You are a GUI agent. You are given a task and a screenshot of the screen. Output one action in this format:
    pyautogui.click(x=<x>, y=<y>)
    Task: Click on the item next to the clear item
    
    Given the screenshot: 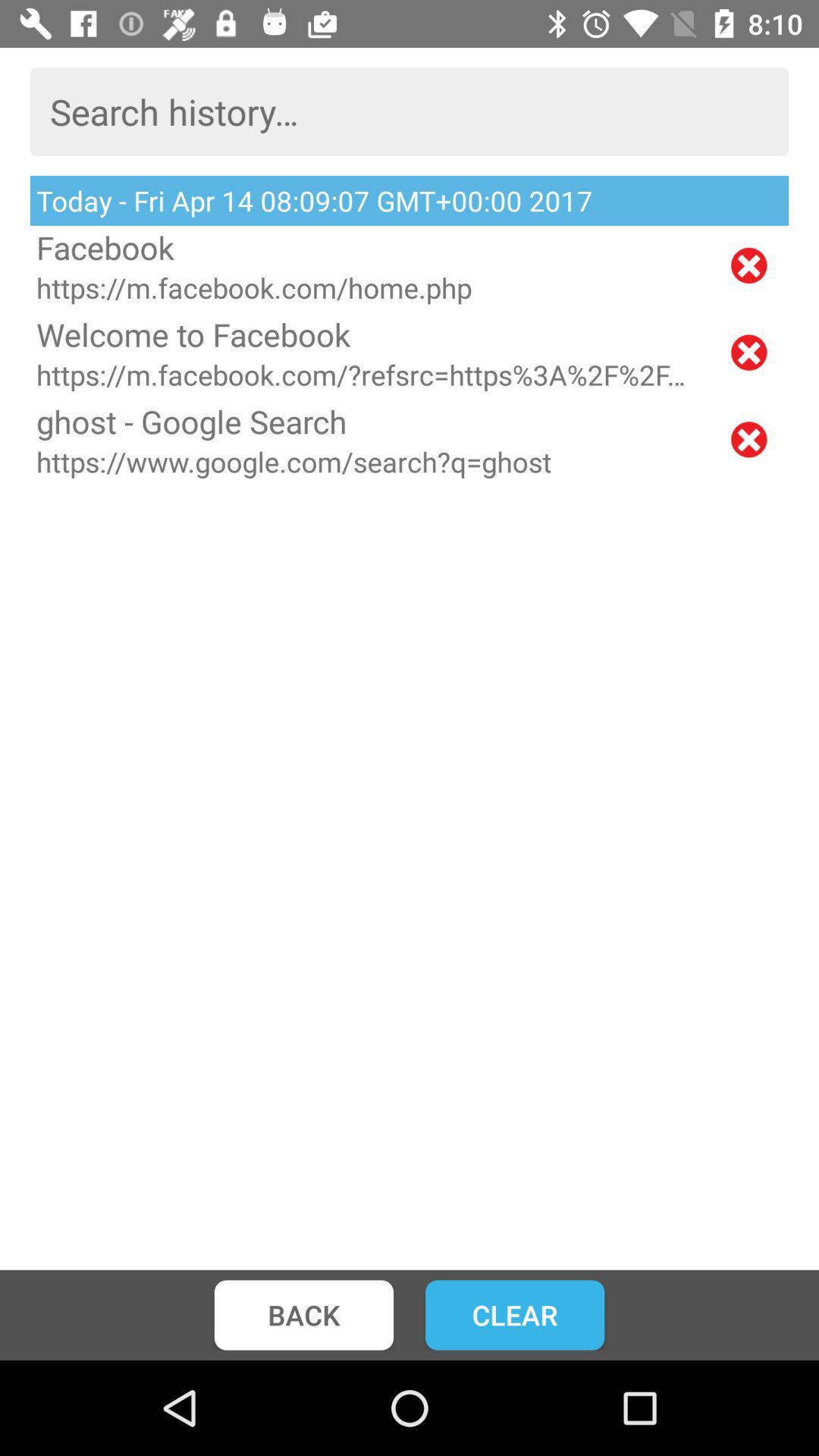 What is the action you would take?
    pyautogui.click(x=303, y=1314)
    